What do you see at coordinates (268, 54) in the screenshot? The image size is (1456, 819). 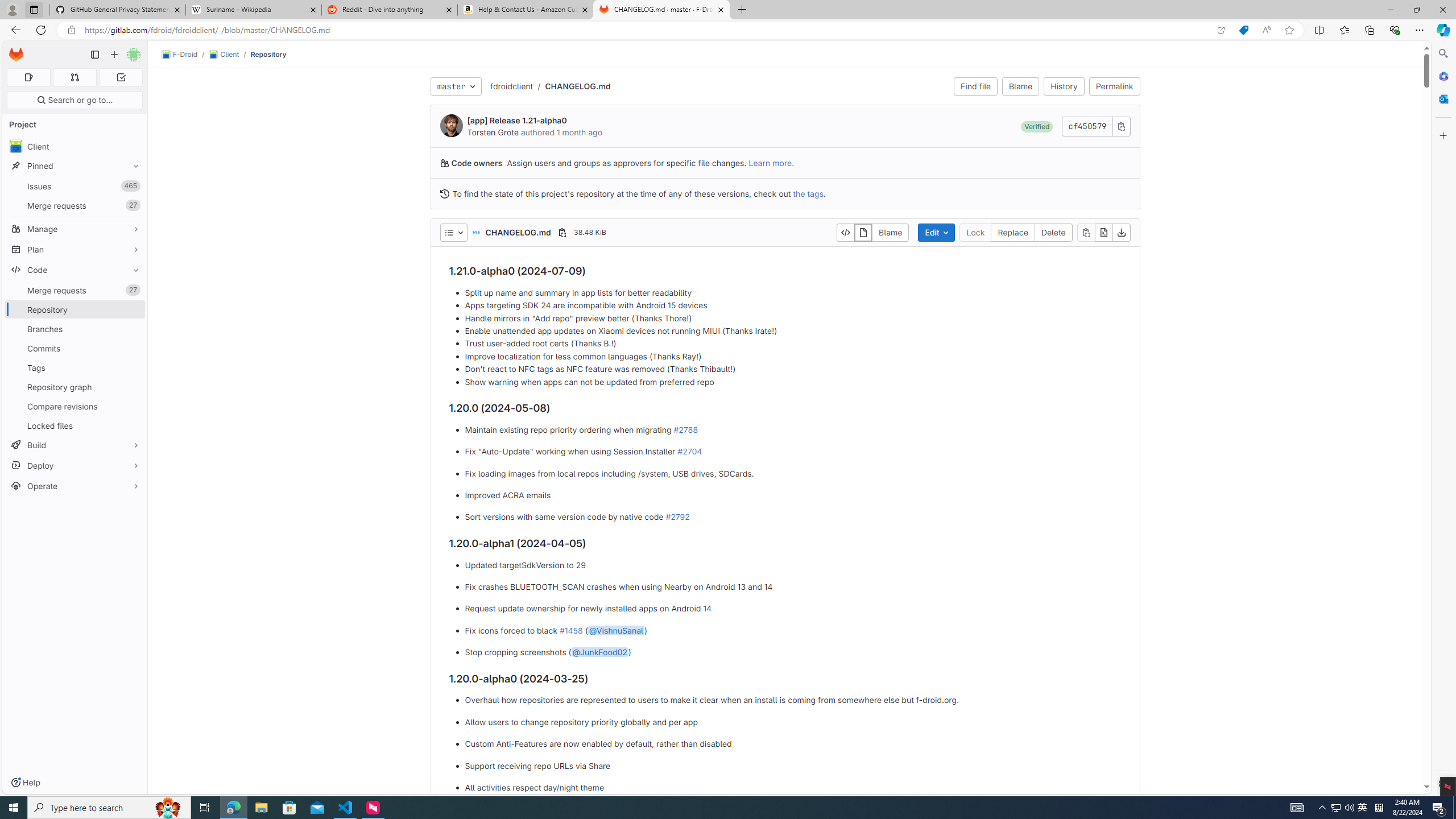 I see `'Repository'` at bounding box center [268, 54].